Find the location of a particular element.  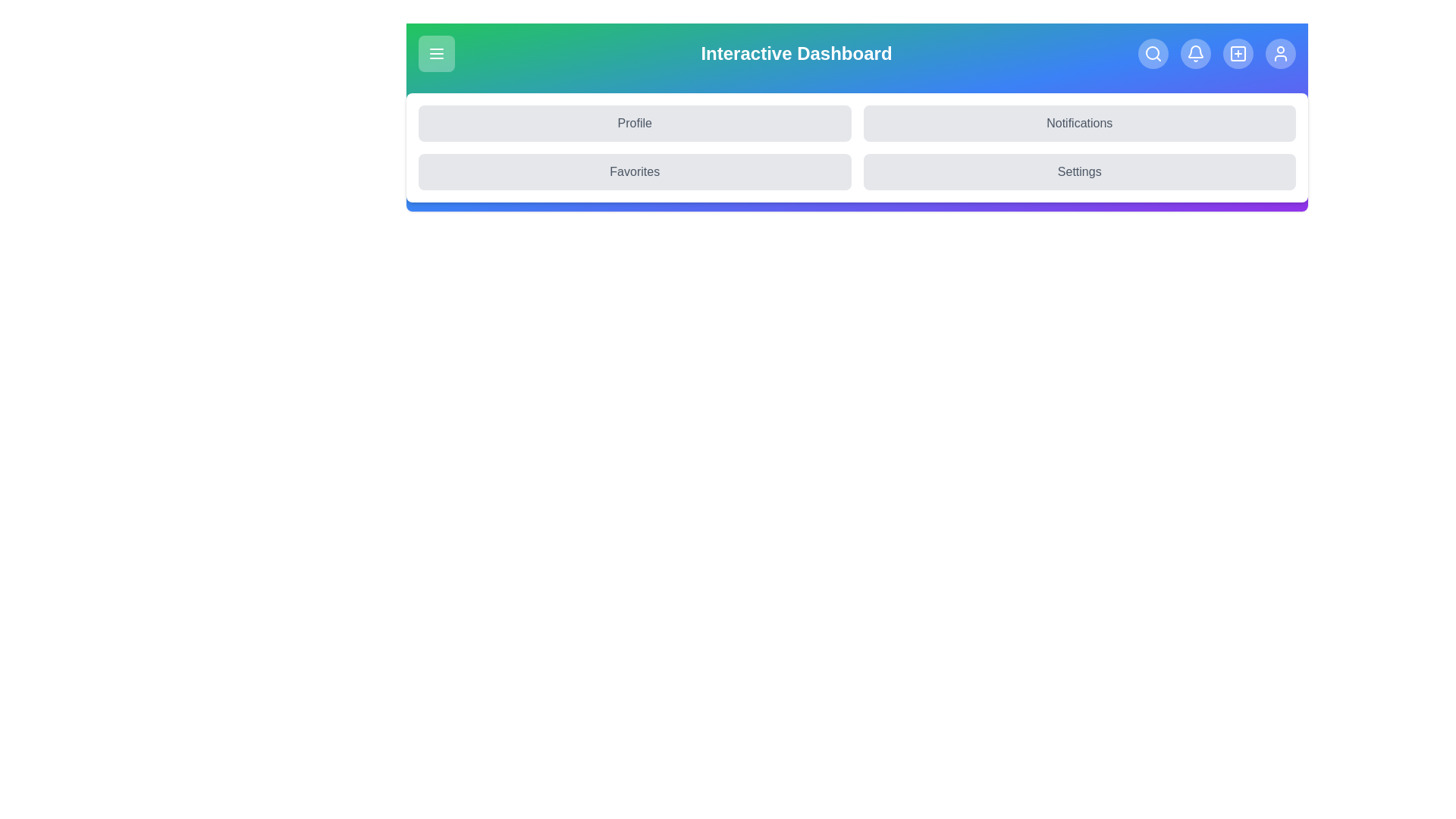

the Notifications button in the navigation bar is located at coordinates (1078, 122).